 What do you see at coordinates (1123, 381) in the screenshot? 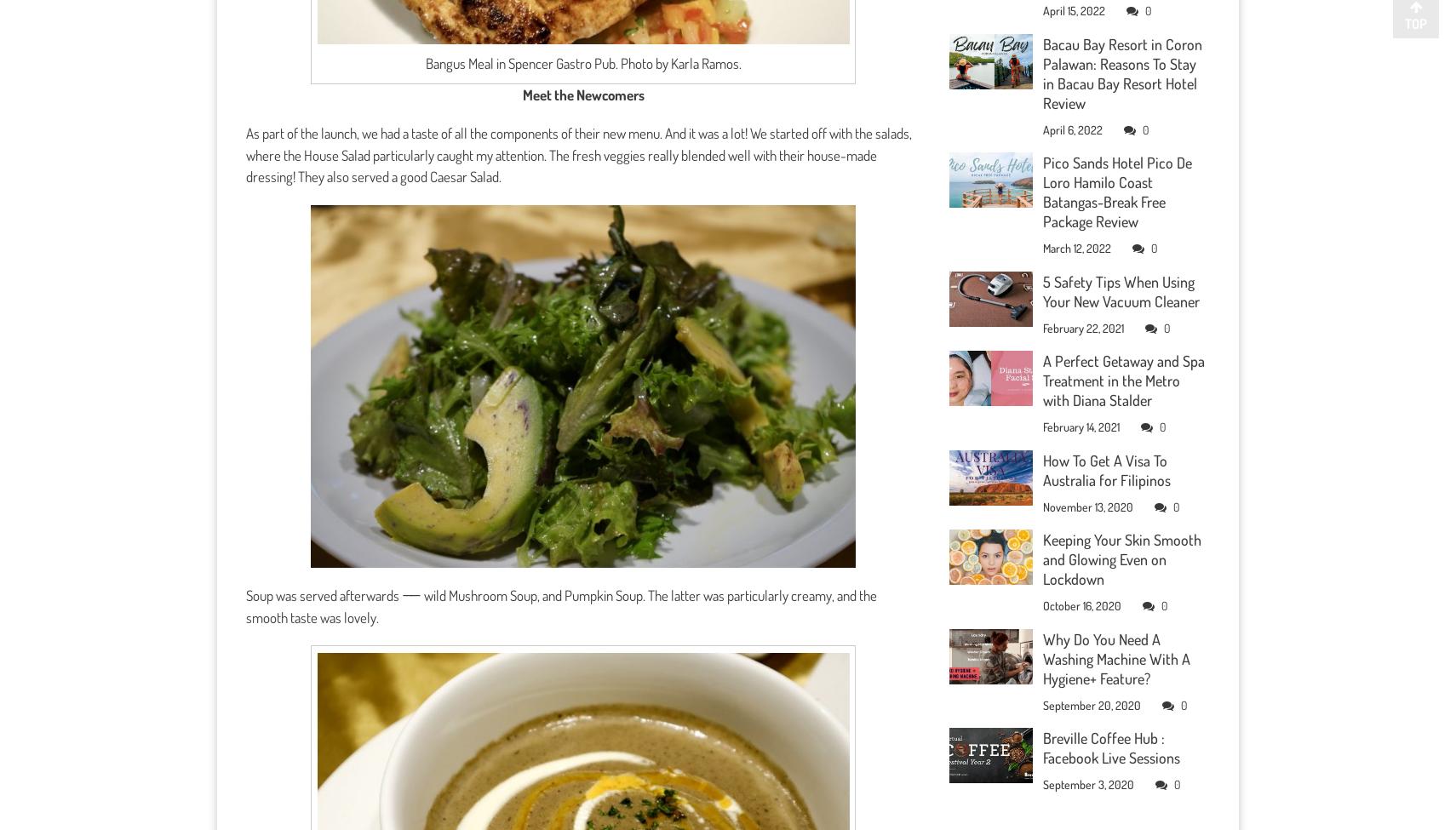
I see `'A Perfect Getaway and Spa Treatment in the Metro with Diana Stalder'` at bounding box center [1123, 381].